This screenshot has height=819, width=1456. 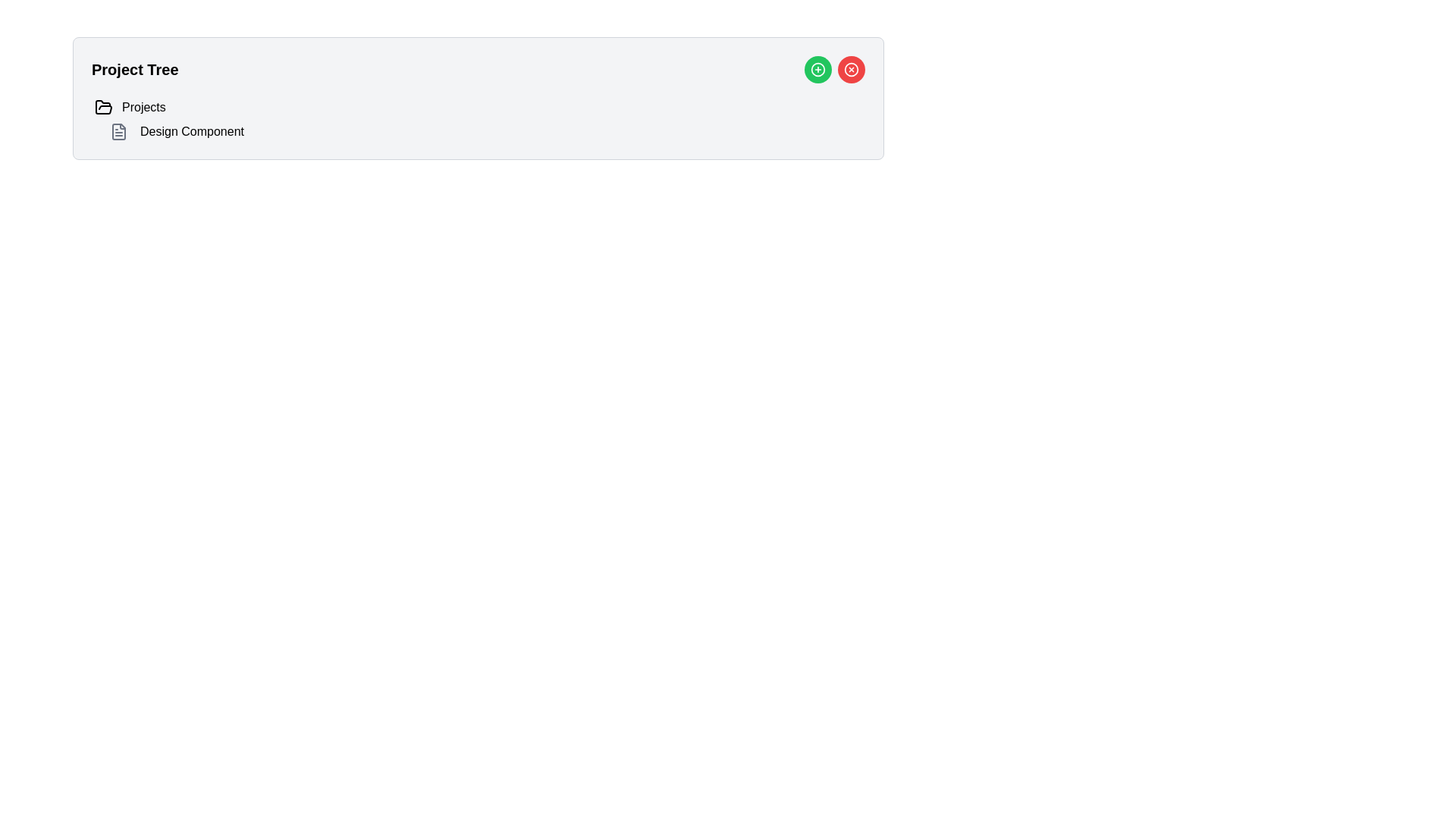 I want to click on the 'Design Component' text label, so click(x=191, y=130).